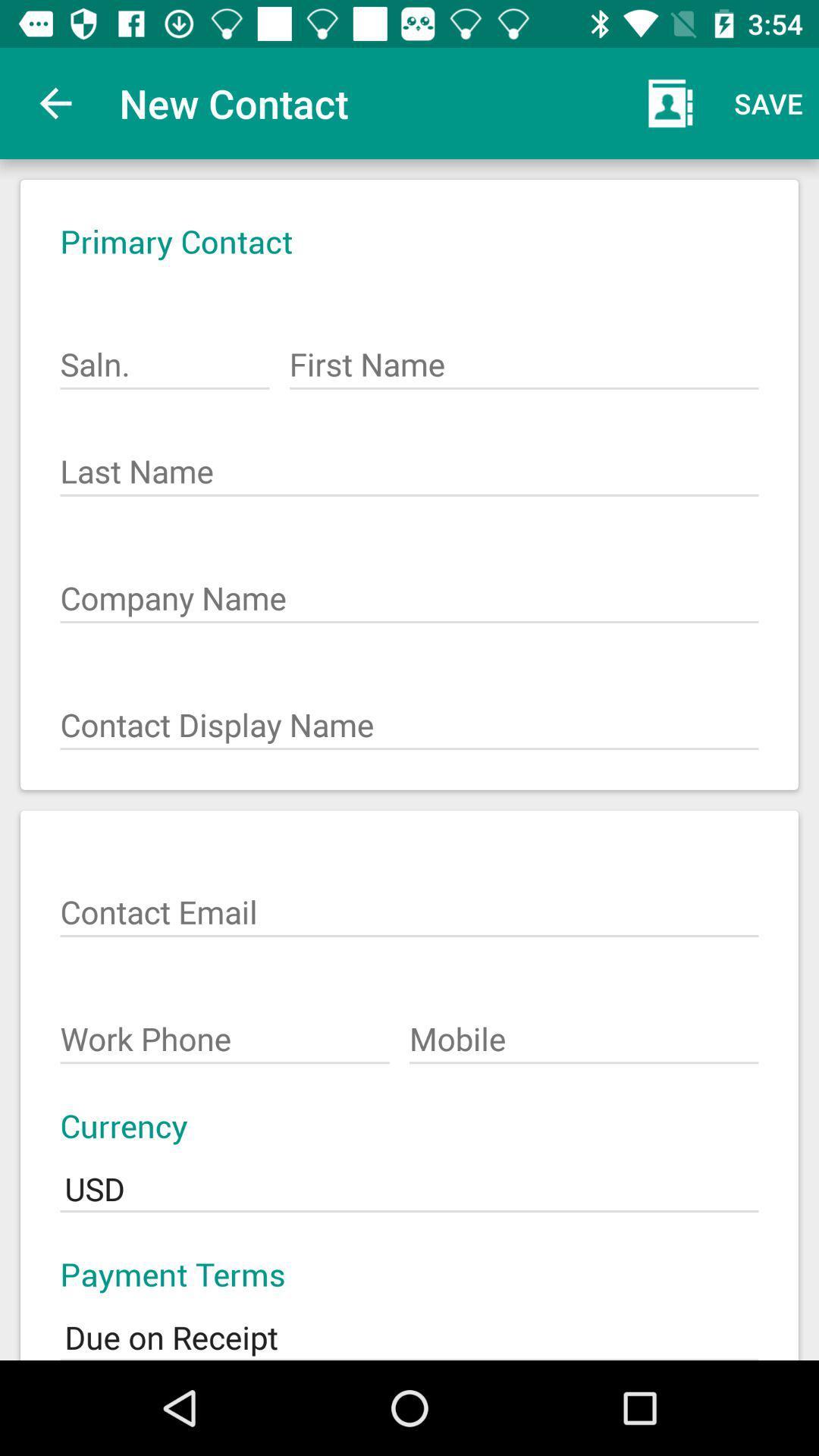 The width and height of the screenshot is (819, 1456). What do you see at coordinates (670, 102) in the screenshot?
I see `item next to the new contact item` at bounding box center [670, 102].